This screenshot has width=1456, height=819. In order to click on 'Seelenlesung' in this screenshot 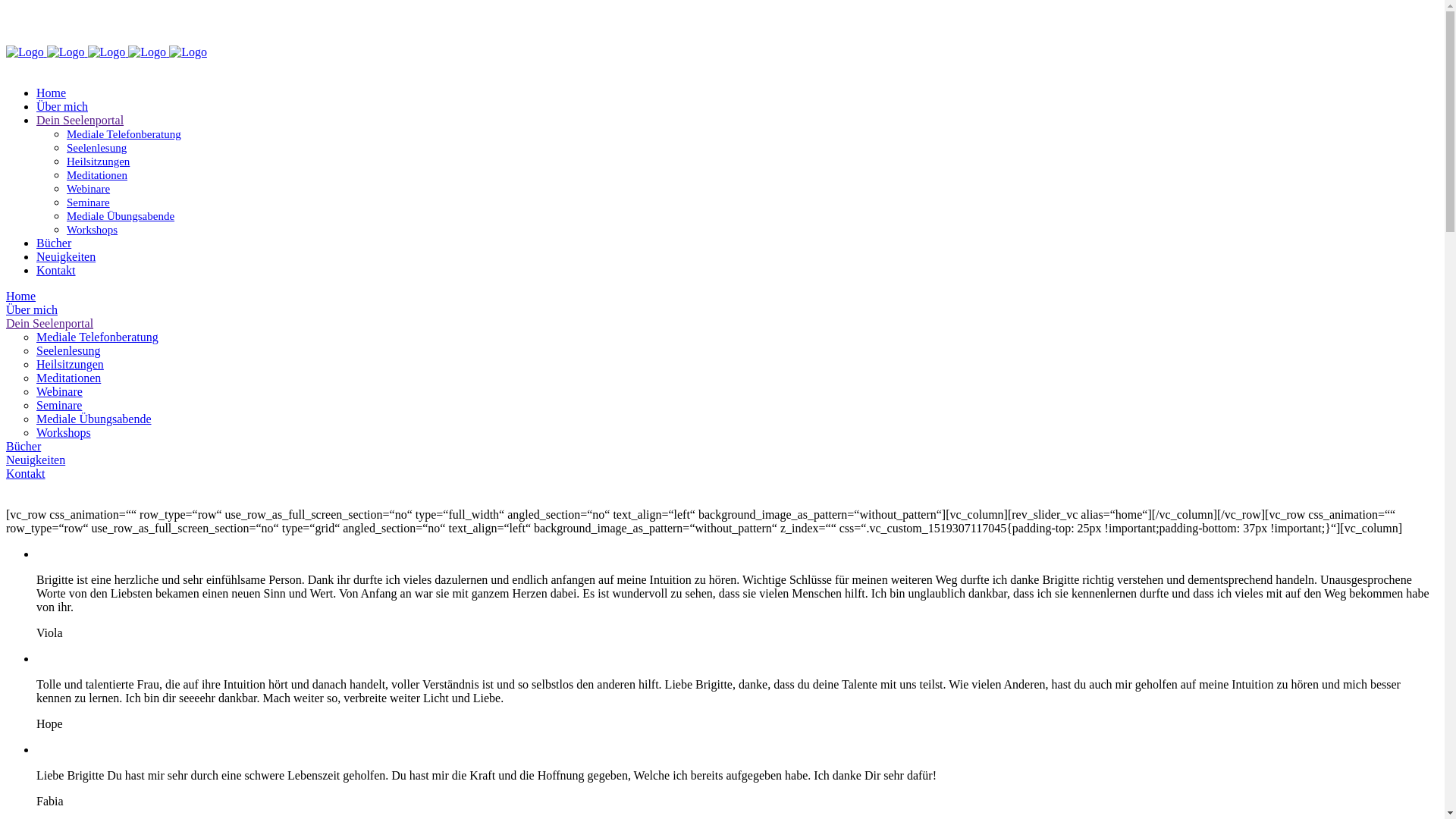, I will do `click(67, 350)`.